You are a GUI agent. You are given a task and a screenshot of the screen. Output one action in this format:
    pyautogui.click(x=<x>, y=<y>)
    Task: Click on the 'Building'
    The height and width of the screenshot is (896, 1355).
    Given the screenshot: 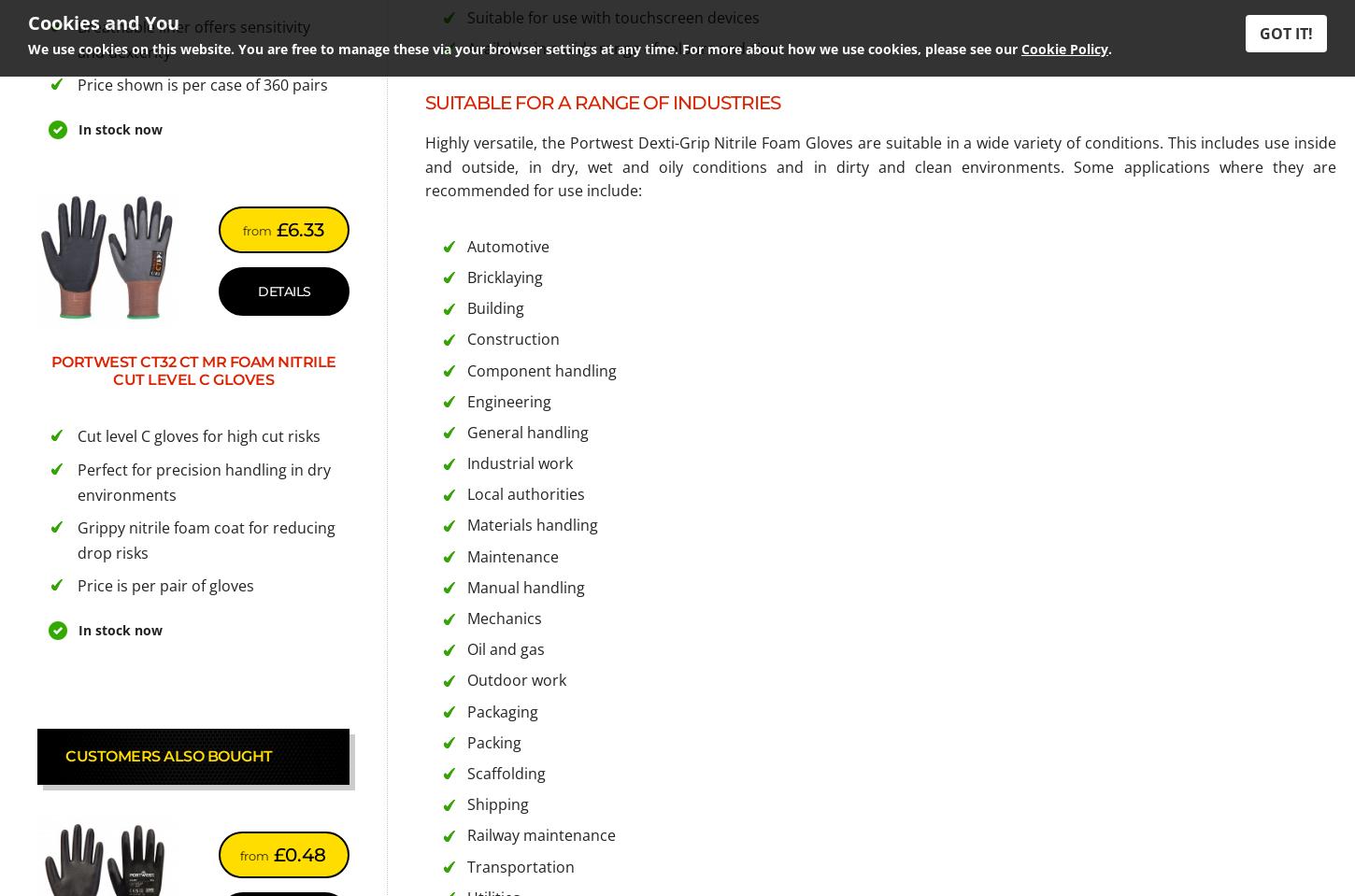 What is the action you would take?
    pyautogui.click(x=495, y=306)
    